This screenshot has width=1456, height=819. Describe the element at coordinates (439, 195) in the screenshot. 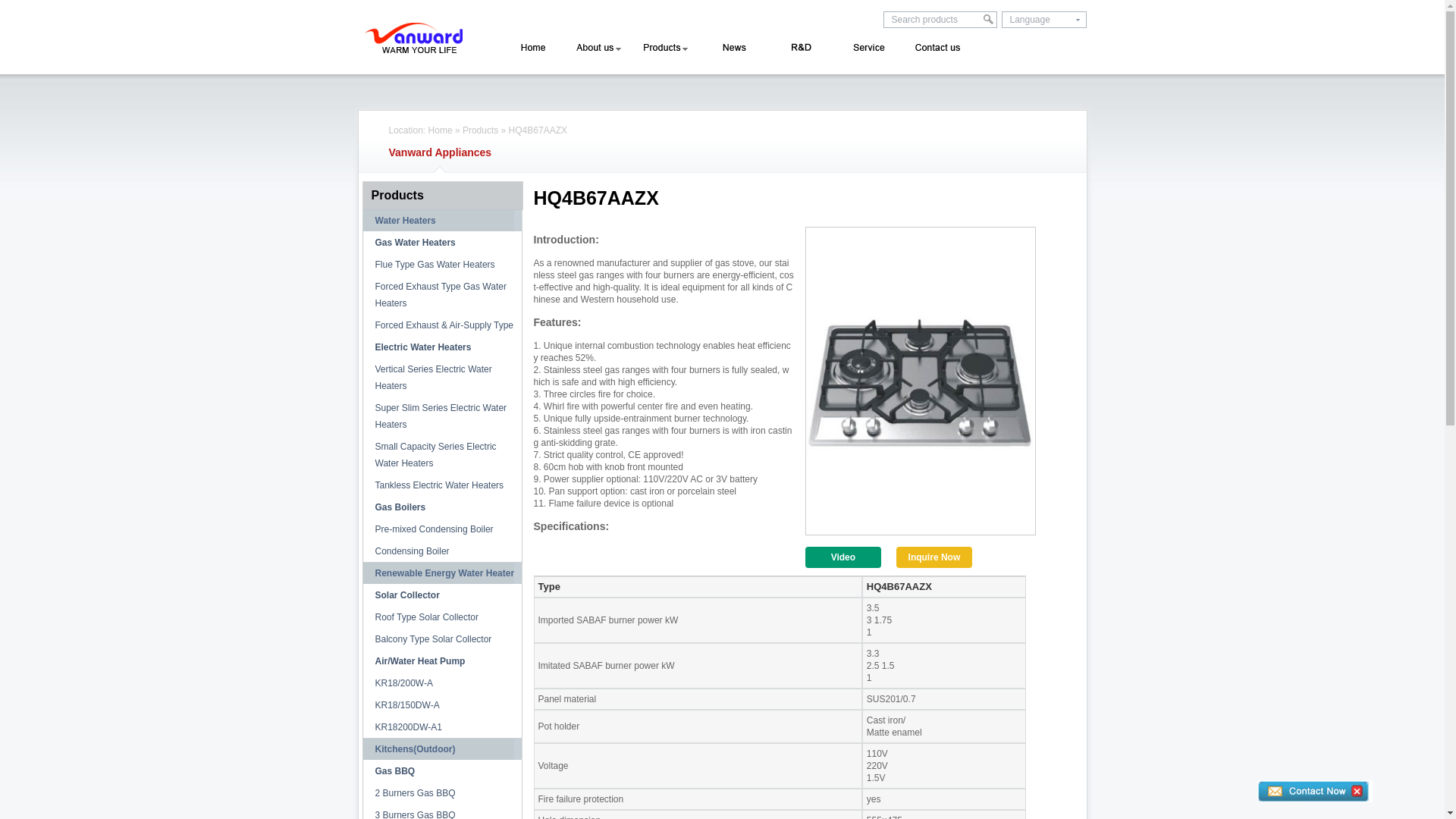

I see `'Products'` at that location.